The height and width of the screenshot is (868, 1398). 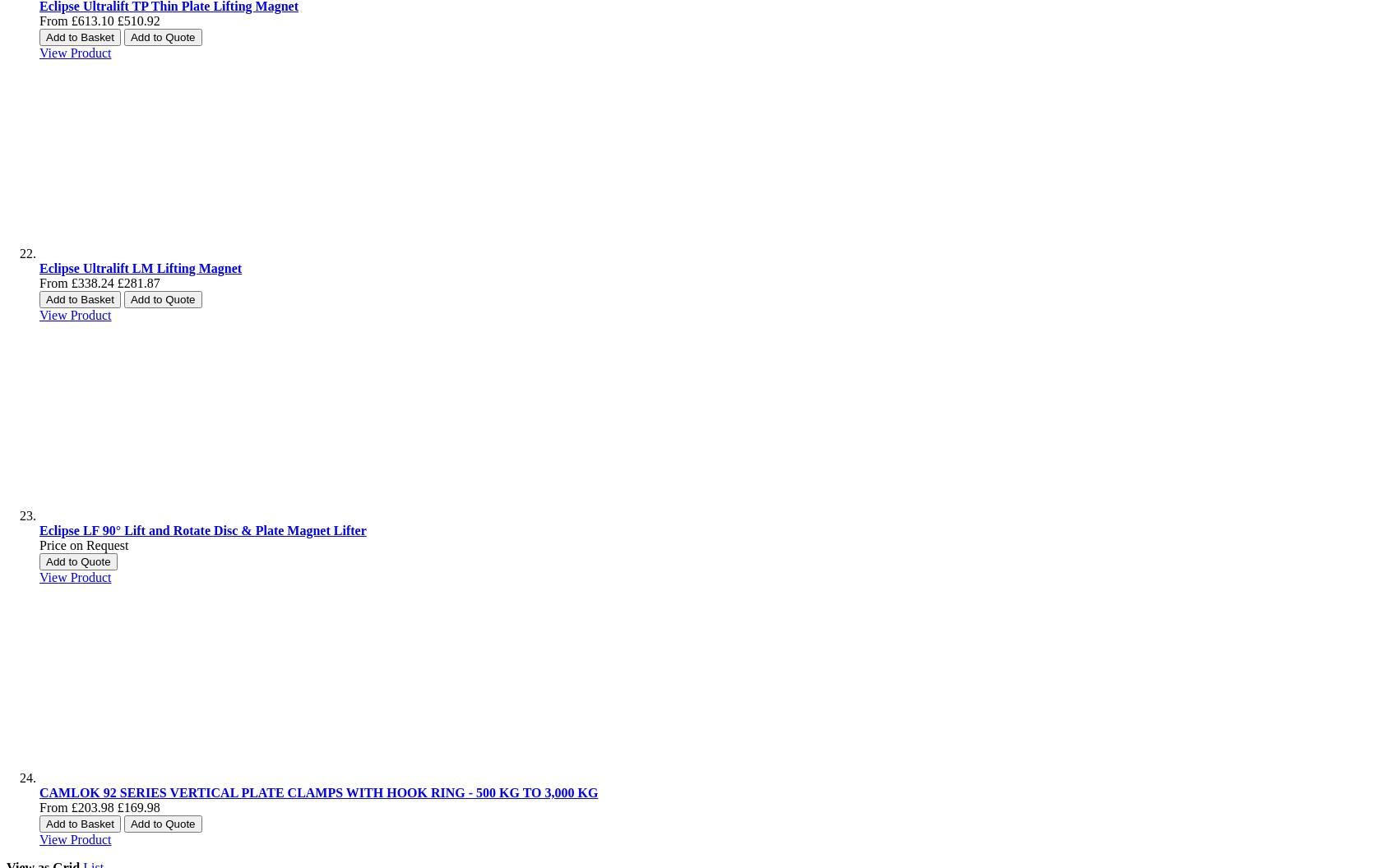 I want to click on 'CAMLOK 92 SERIES VERTICAL PLATE CLAMPS WITH HOOK RING - 500 KG TO 3,000 KG', so click(x=317, y=792).